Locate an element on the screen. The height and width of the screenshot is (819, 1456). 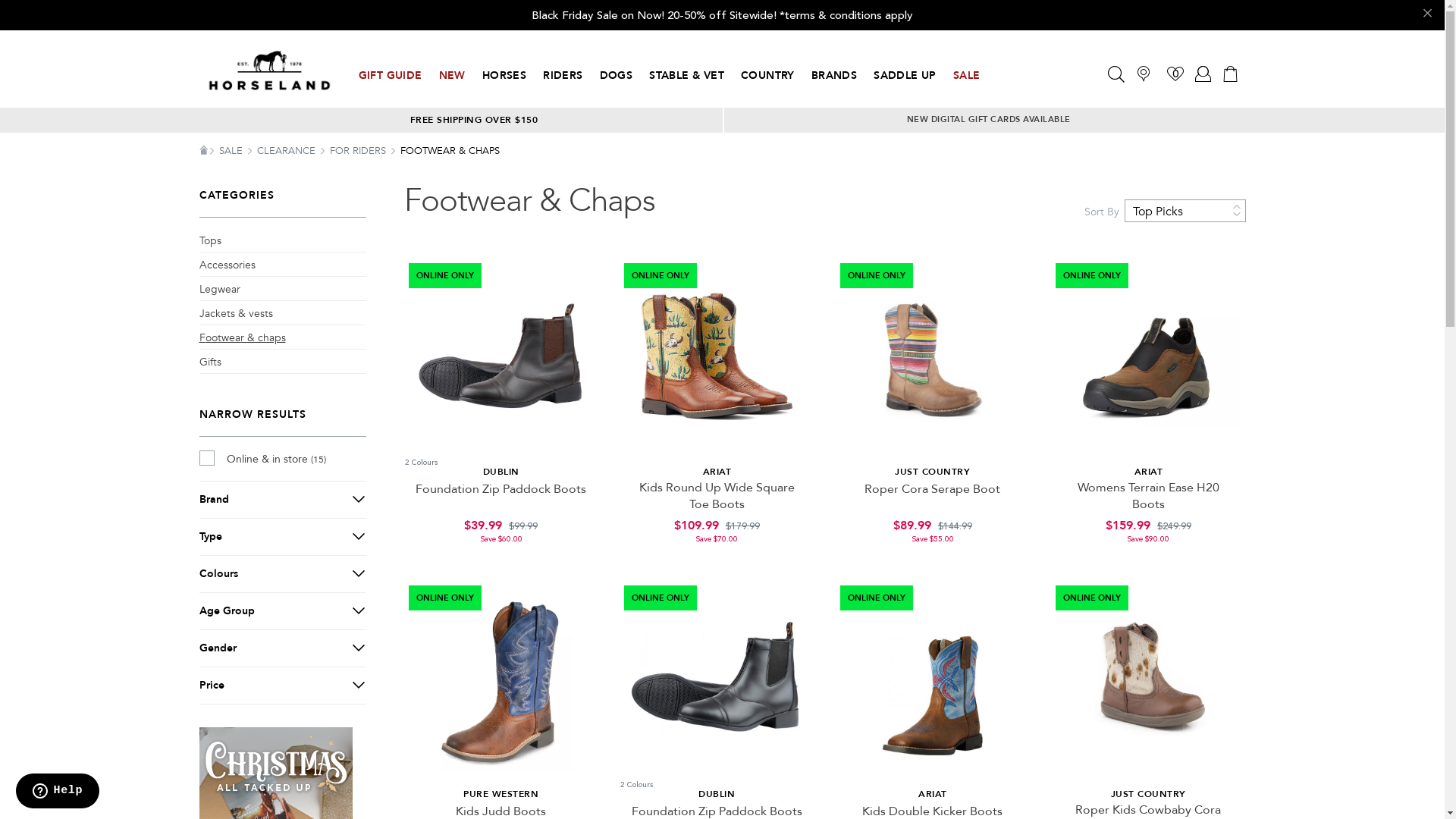
'HORSES' is located at coordinates (504, 76).